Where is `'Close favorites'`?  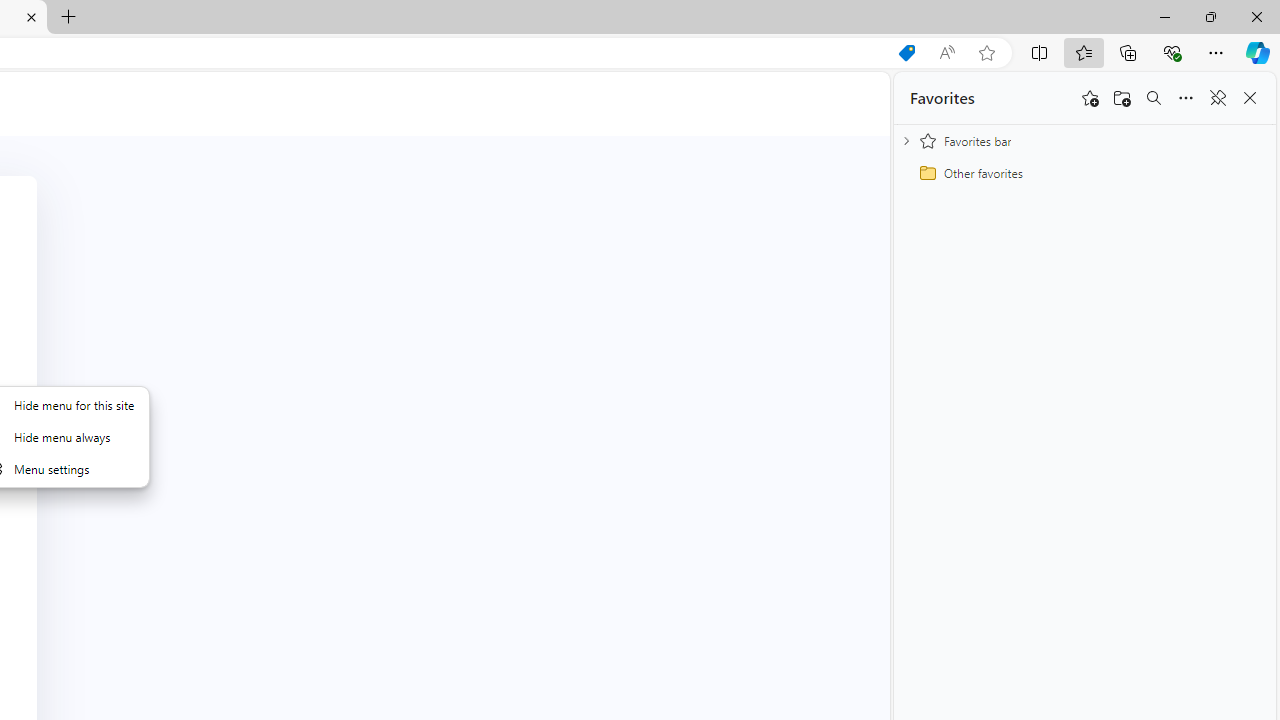
'Close favorites' is located at coordinates (1249, 98).